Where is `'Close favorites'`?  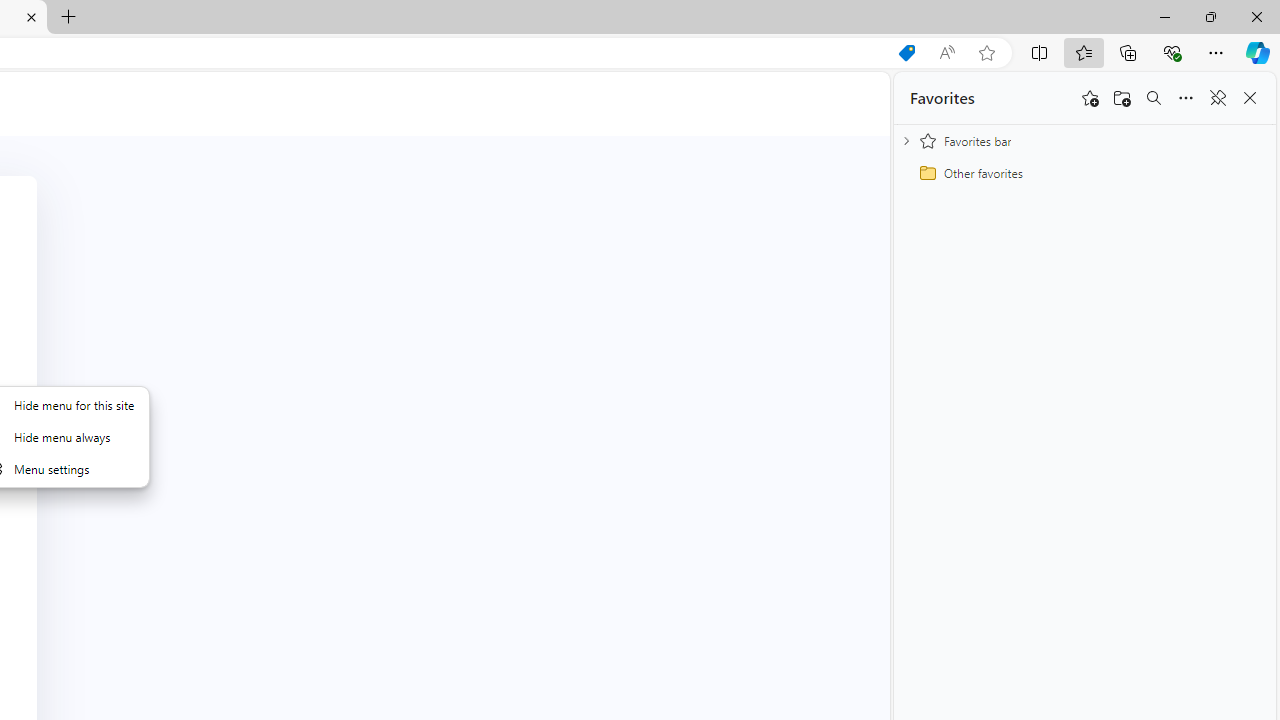
'Close favorites' is located at coordinates (1249, 98).